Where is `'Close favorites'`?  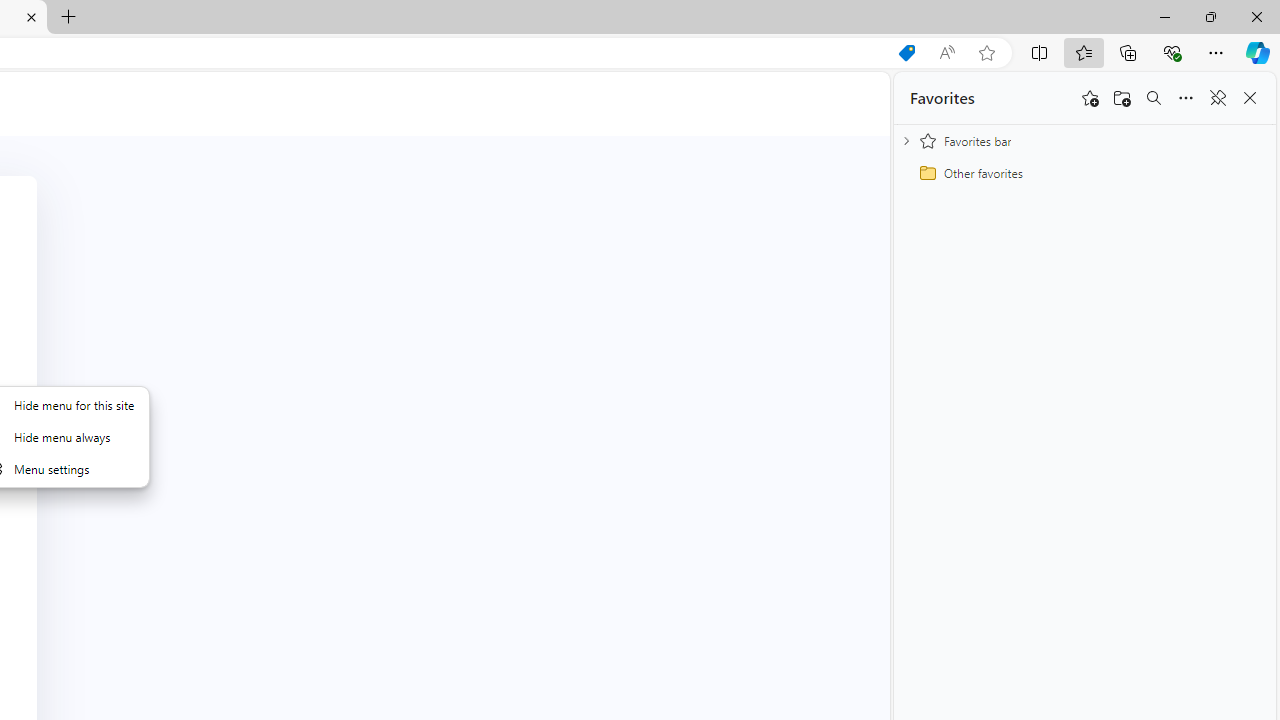
'Close favorites' is located at coordinates (1249, 98).